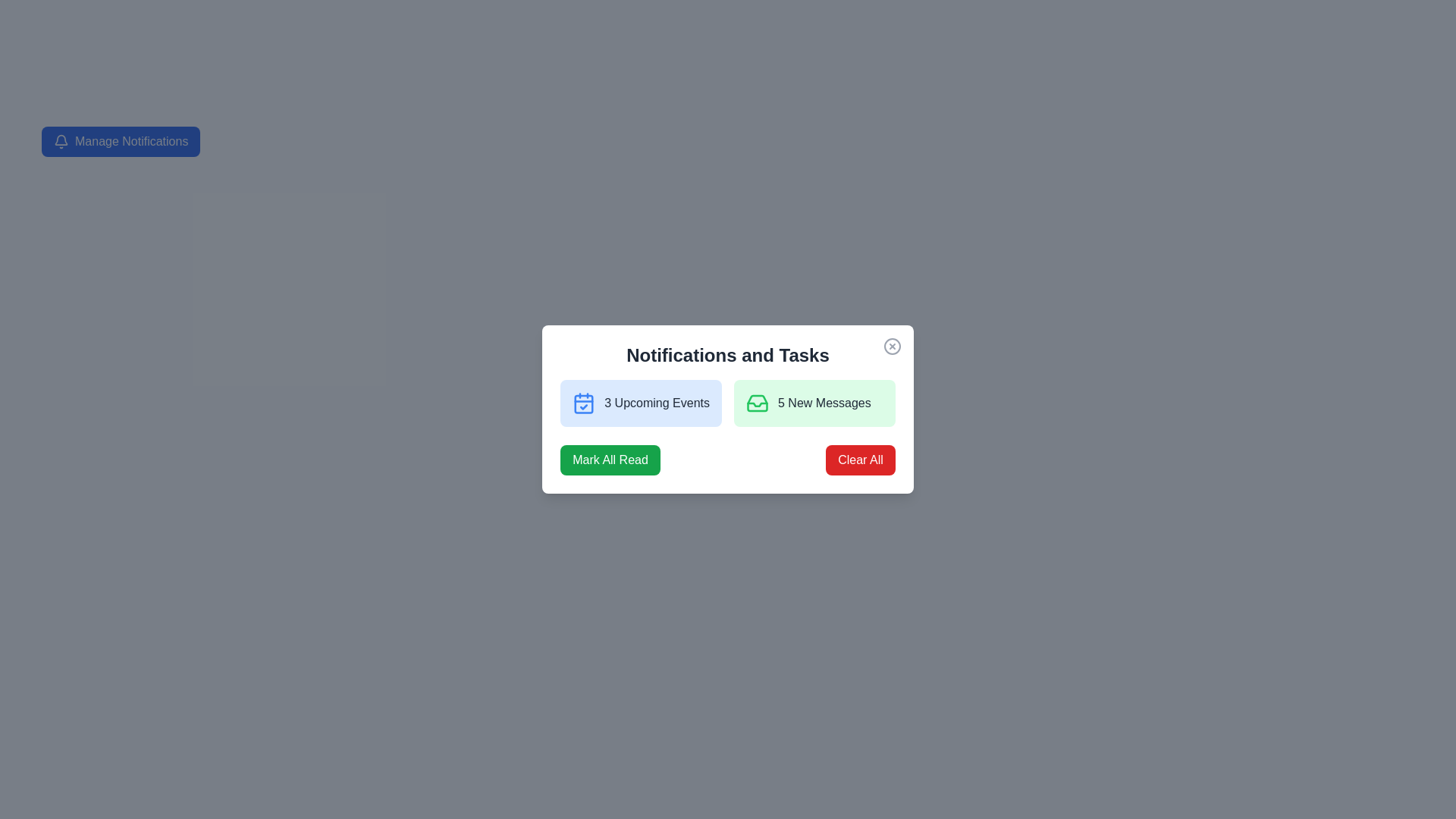 This screenshot has height=819, width=1456. Describe the element at coordinates (610, 459) in the screenshot. I see `the green button labeled 'Mark All Read' located in the bottom-left corner of the 'Notifications and Tasks' dialog to prepare for interaction` at that location.